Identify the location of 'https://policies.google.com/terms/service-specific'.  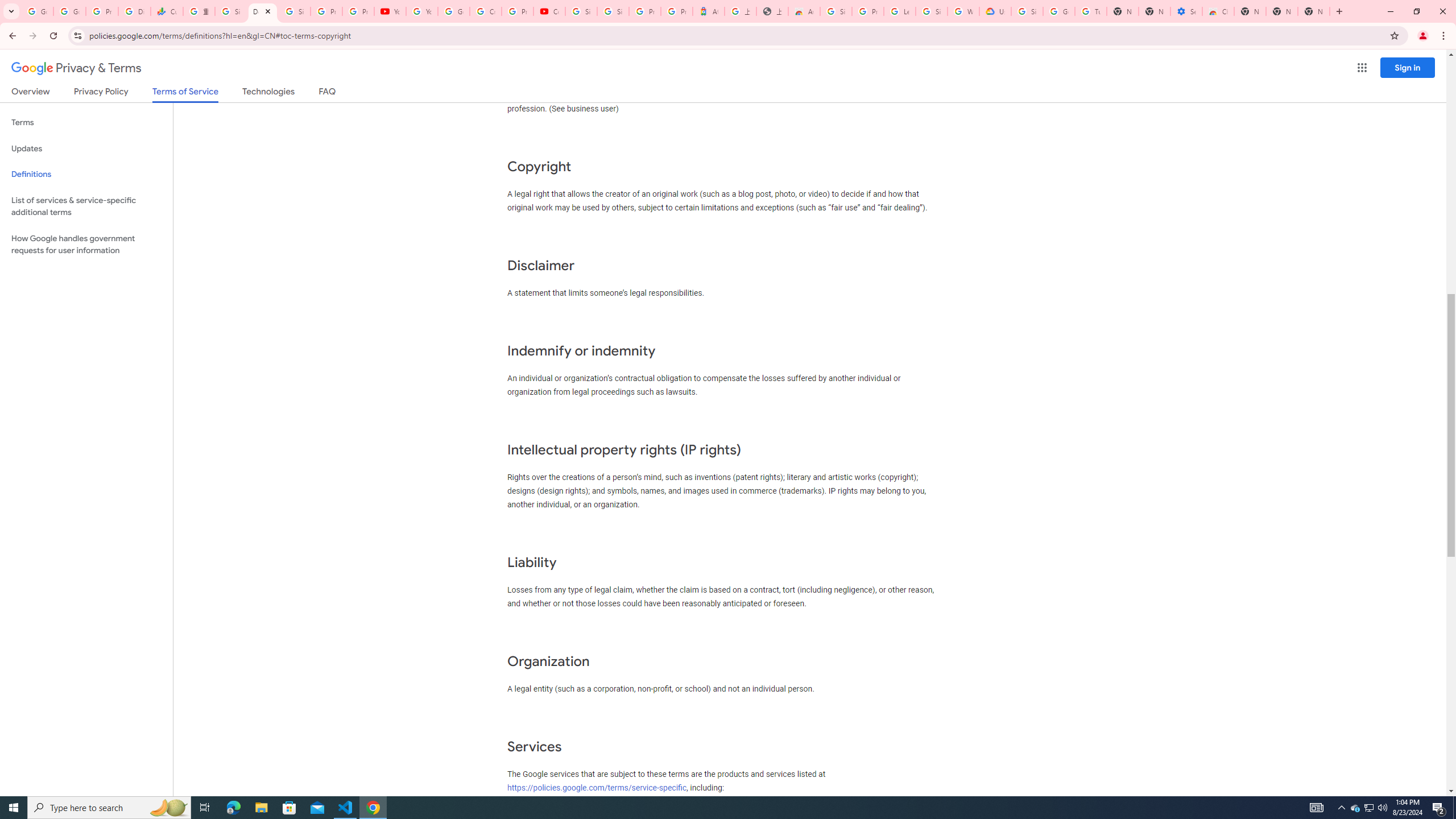
(596, 788).